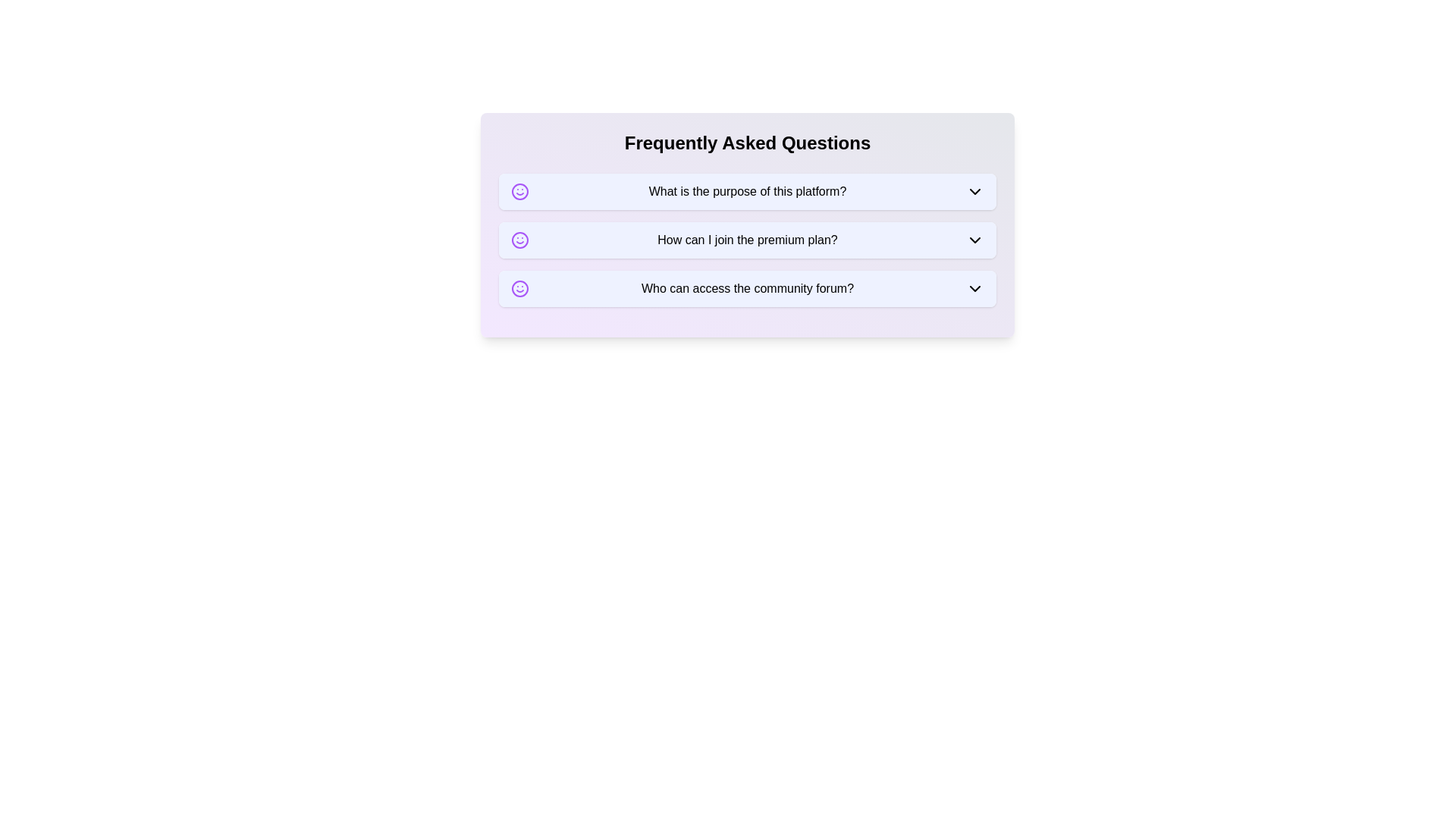  Describe the element at coordinates (520, 191) in the screenshot. I see `the purple smiley face icon within a circular boundary located in the first row of the Frequently Asked Questions section, preceding the text 'What is the purpose of this platform?'` at that location.